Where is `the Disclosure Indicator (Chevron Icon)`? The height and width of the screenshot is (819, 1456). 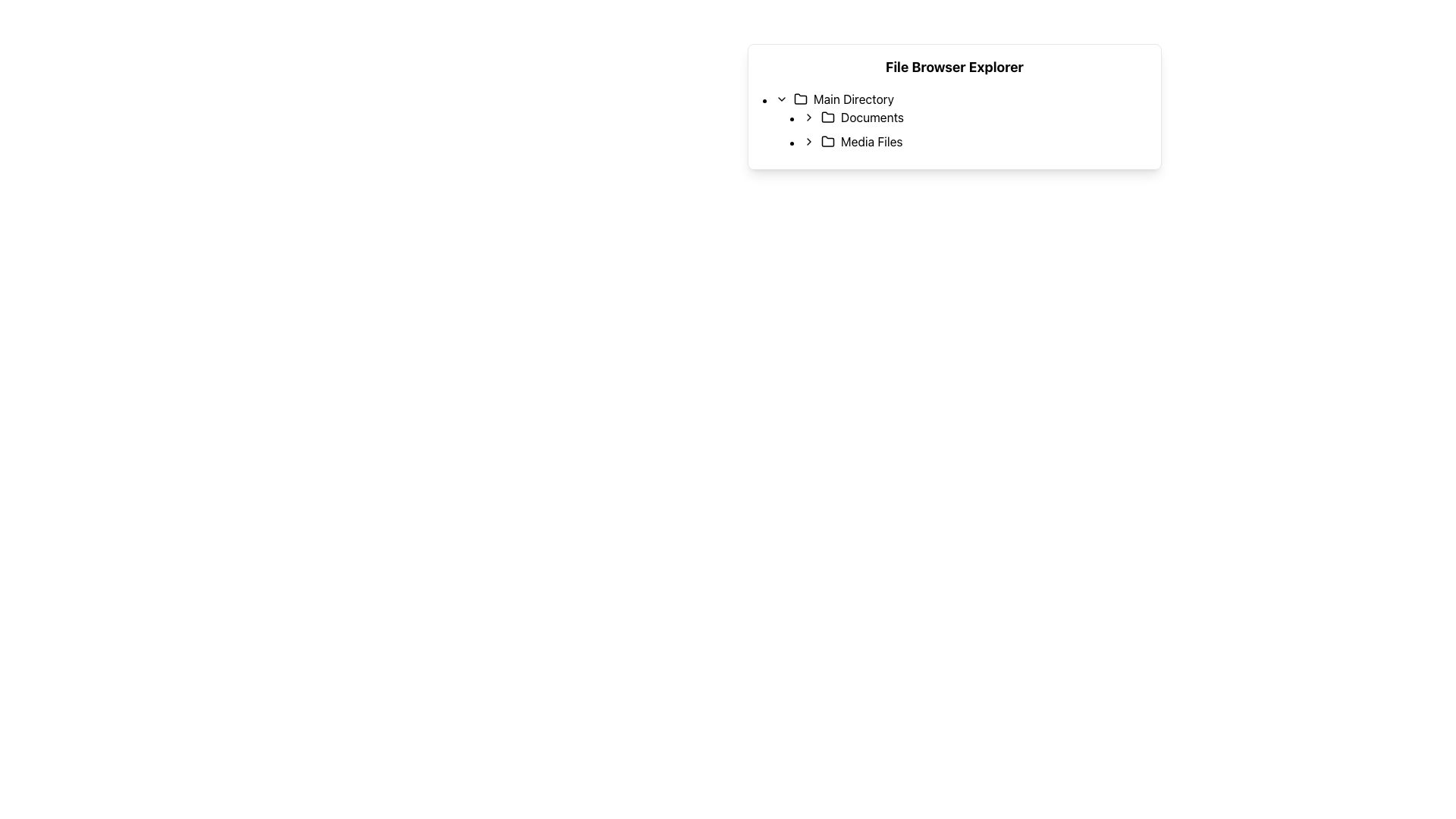 the Disclosure Indicator (Chevron Icon) is located at coordinates (808, 141).